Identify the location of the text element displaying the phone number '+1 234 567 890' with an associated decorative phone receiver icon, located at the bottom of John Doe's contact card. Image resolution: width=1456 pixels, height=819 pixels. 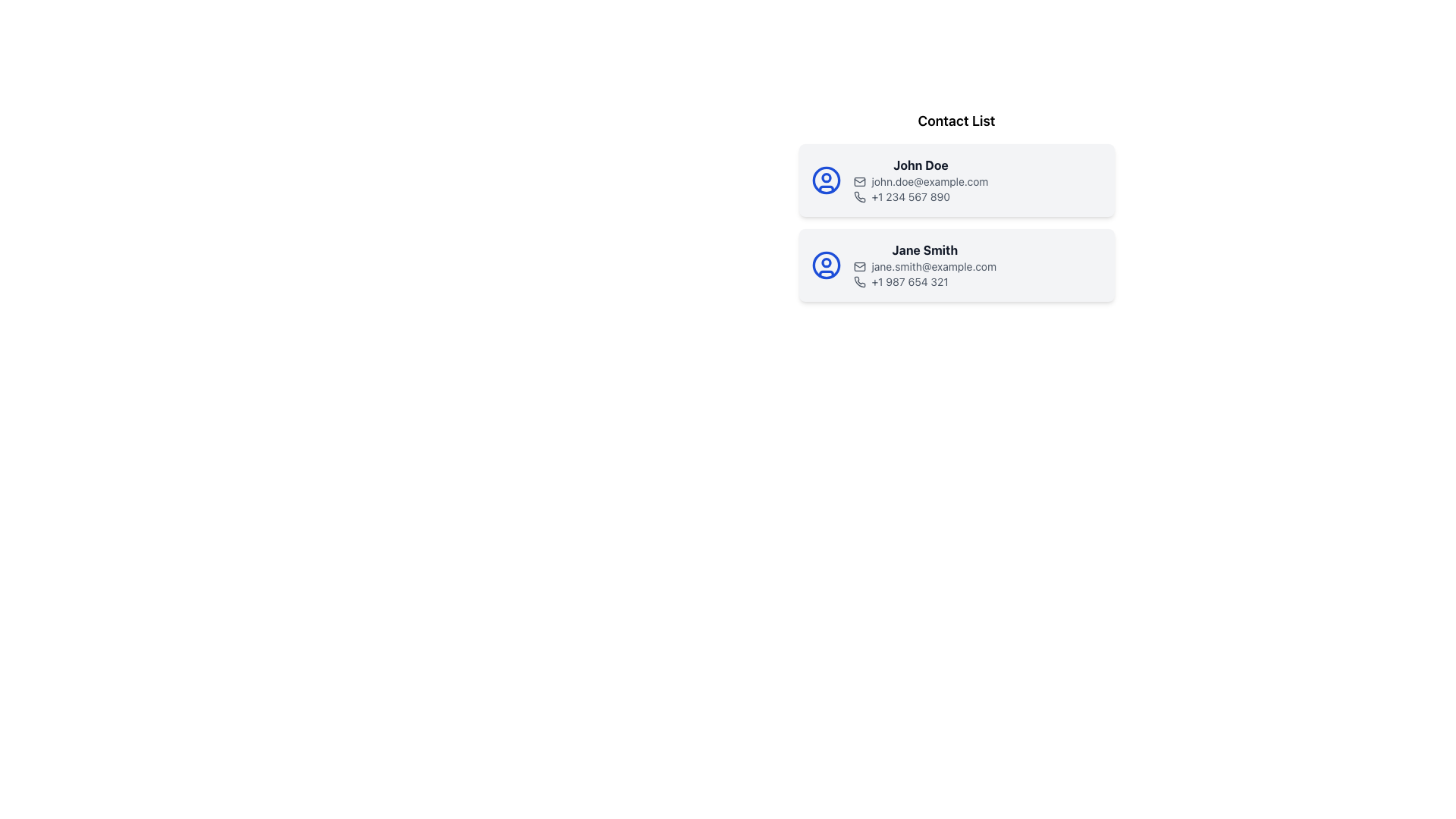
(920, 196).